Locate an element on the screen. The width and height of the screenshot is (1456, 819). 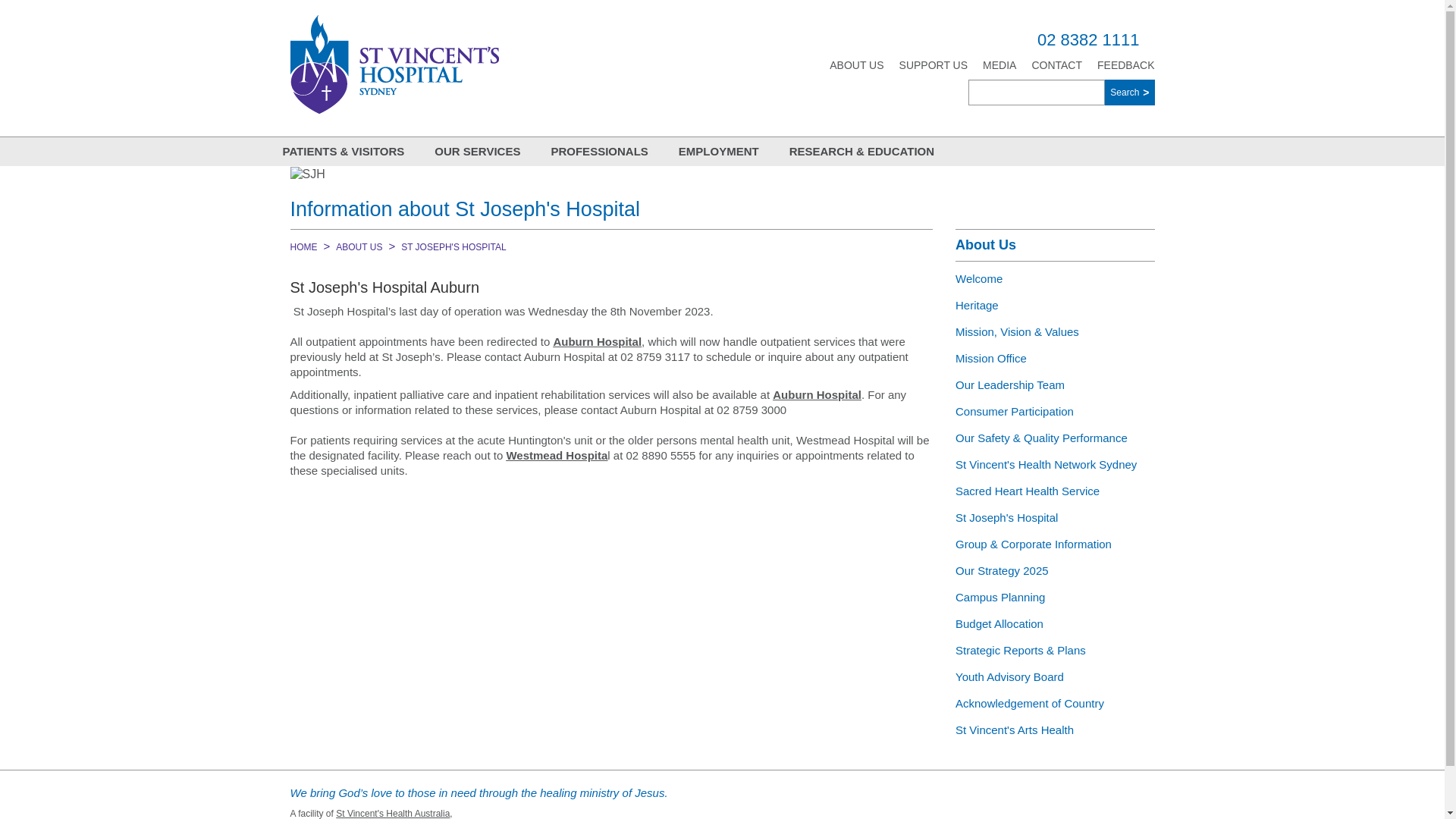
'SUPPORT US' is located at coordinates (933, 64).